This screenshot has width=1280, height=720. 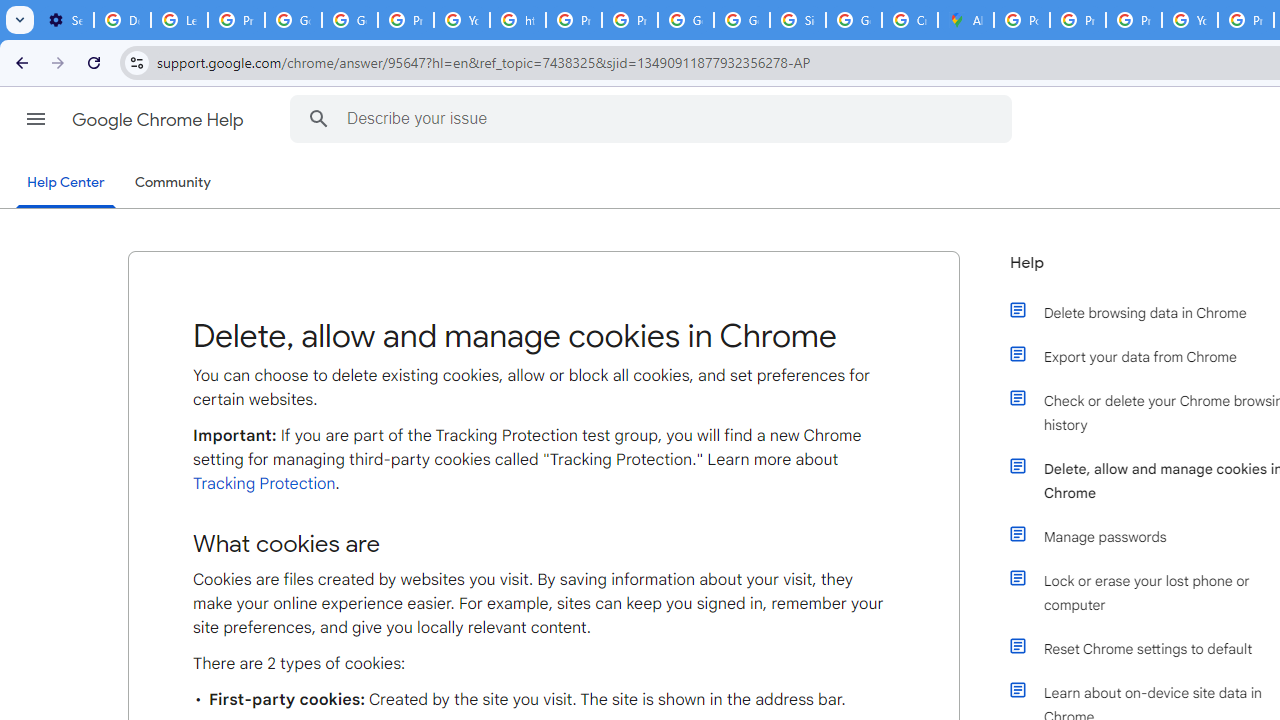 I want to click on 'Main menu', so click(x=35, y=119).